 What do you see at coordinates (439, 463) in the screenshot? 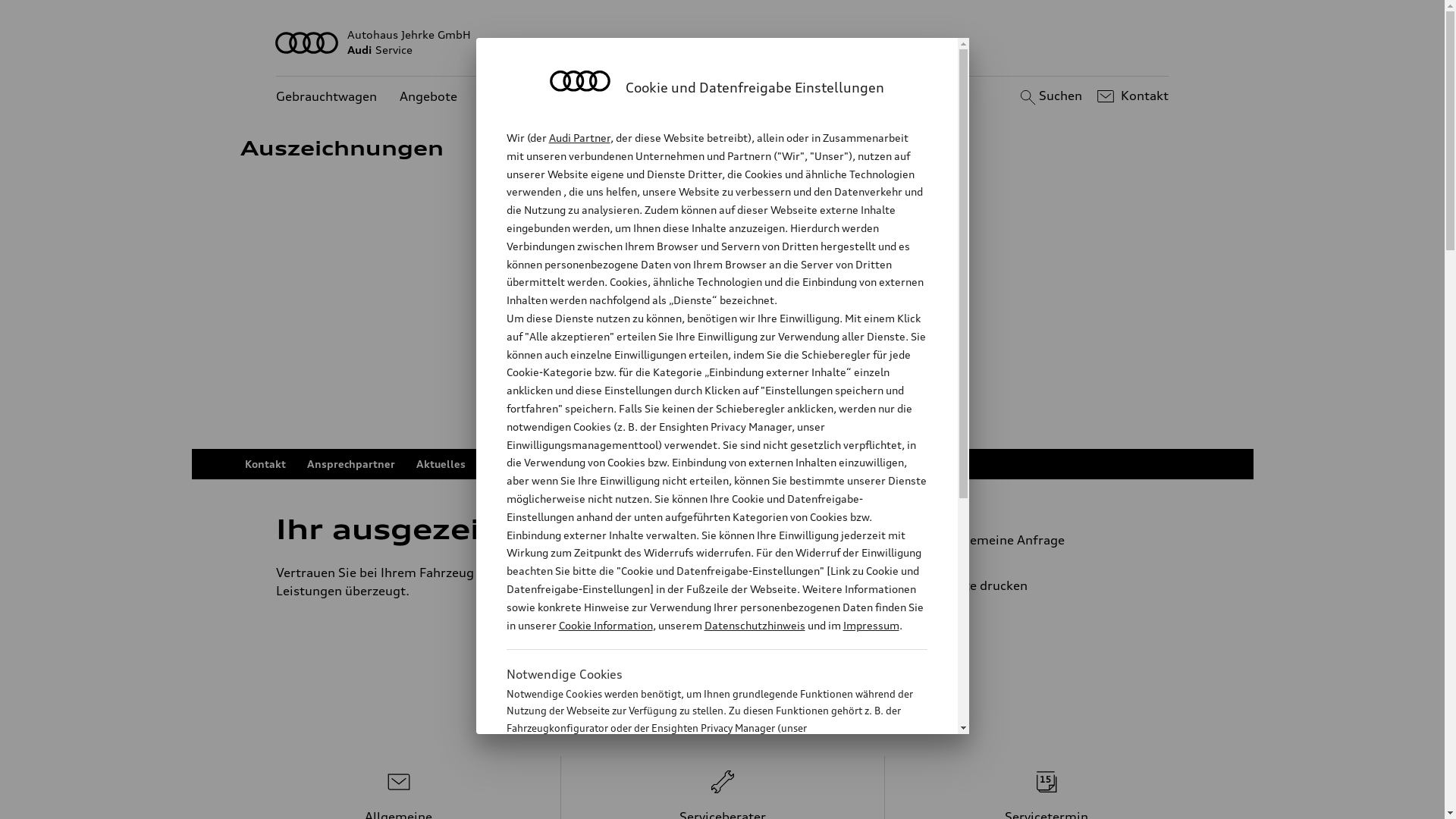
I see `'Aktuelles'` at bounding box center [439, 463].